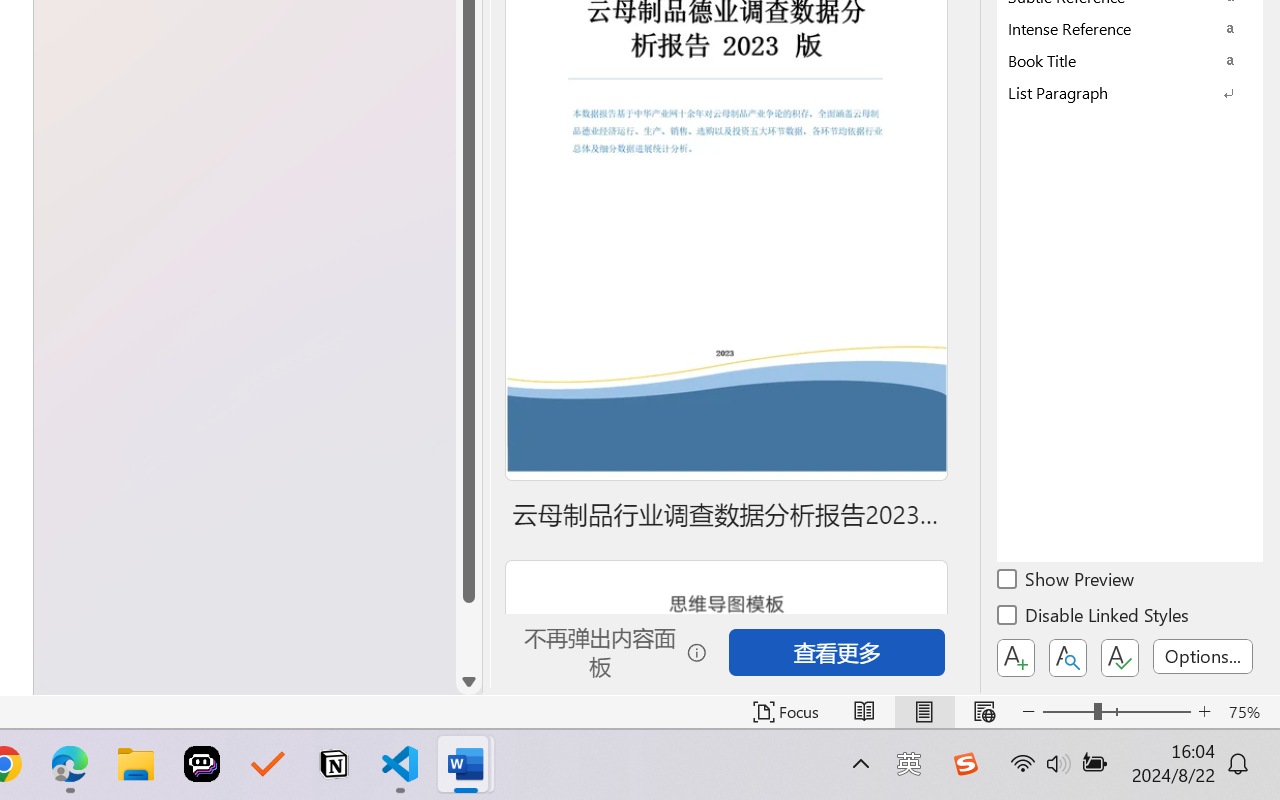 This screenshot has height=800, width=1280. What do you see at coordinates (1130, 28) in the screenshot?
I see `'Intense Reference'` at bounding box center [1130, 28].